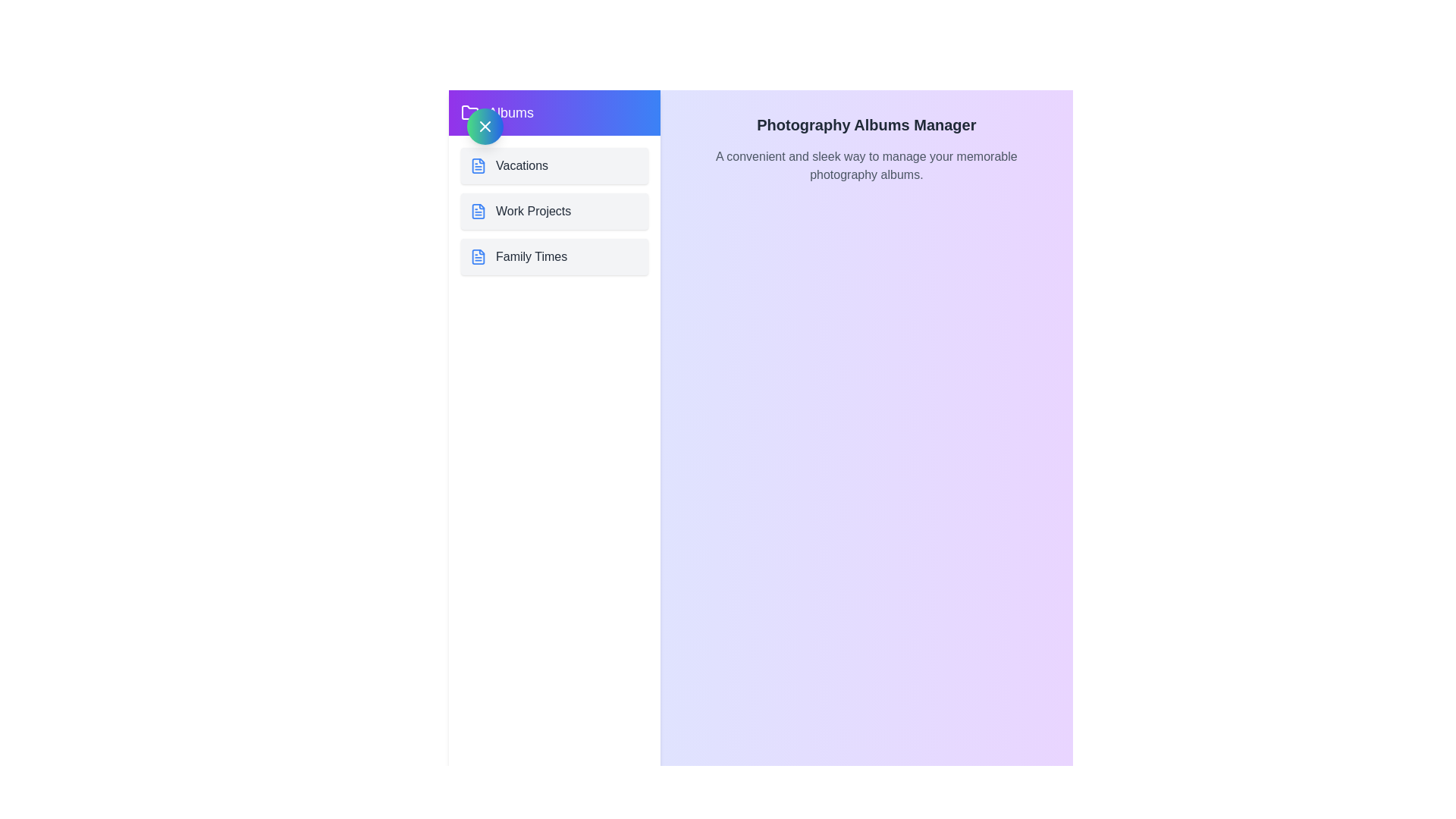  Describe the element at coordinates (484, 125) in the screenshot. I see `toggle button located at the top left corner of the drawer` at that location.